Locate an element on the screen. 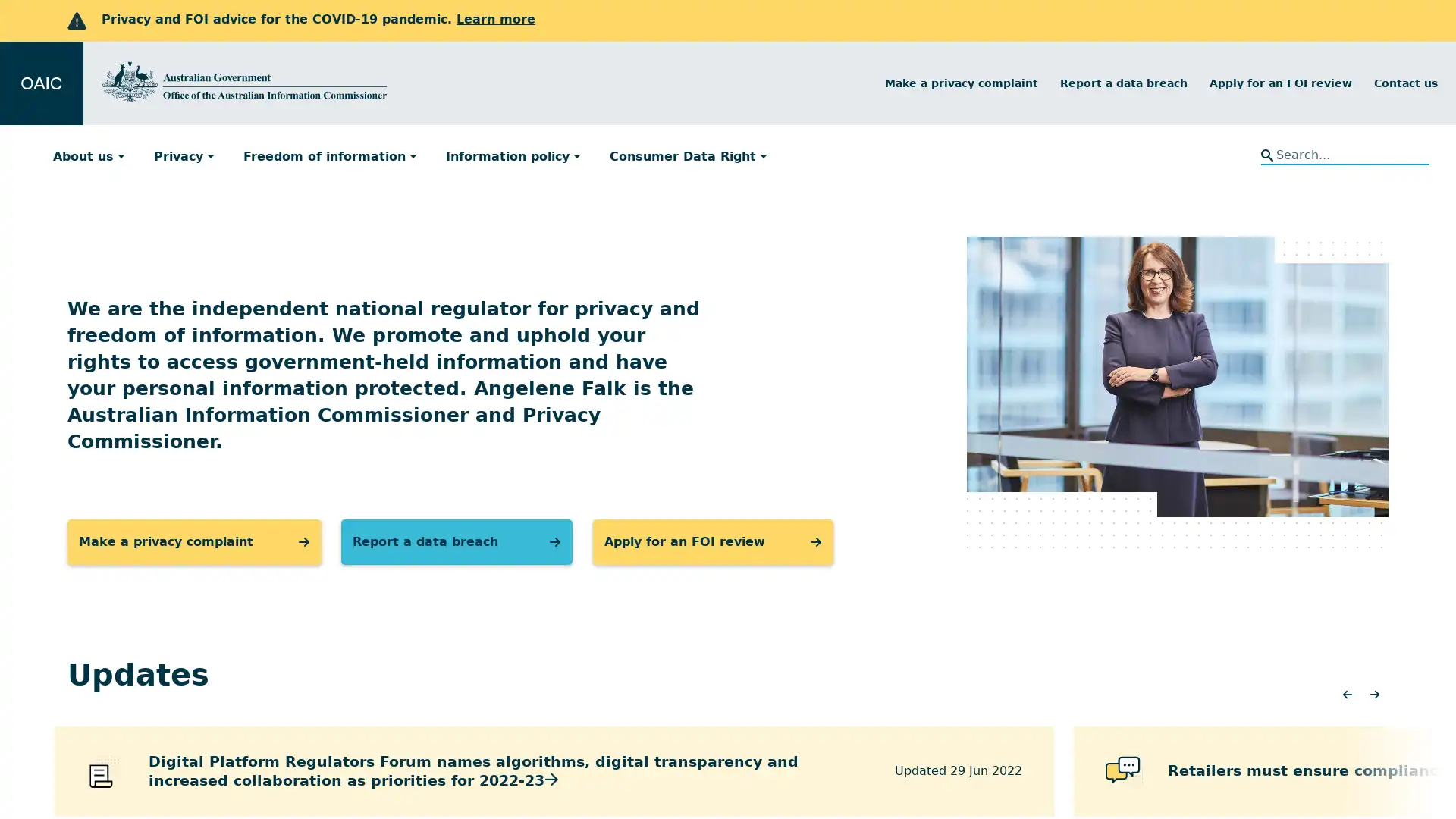  Open sub menu for Freedom of information is located at coordinates (419, 155).